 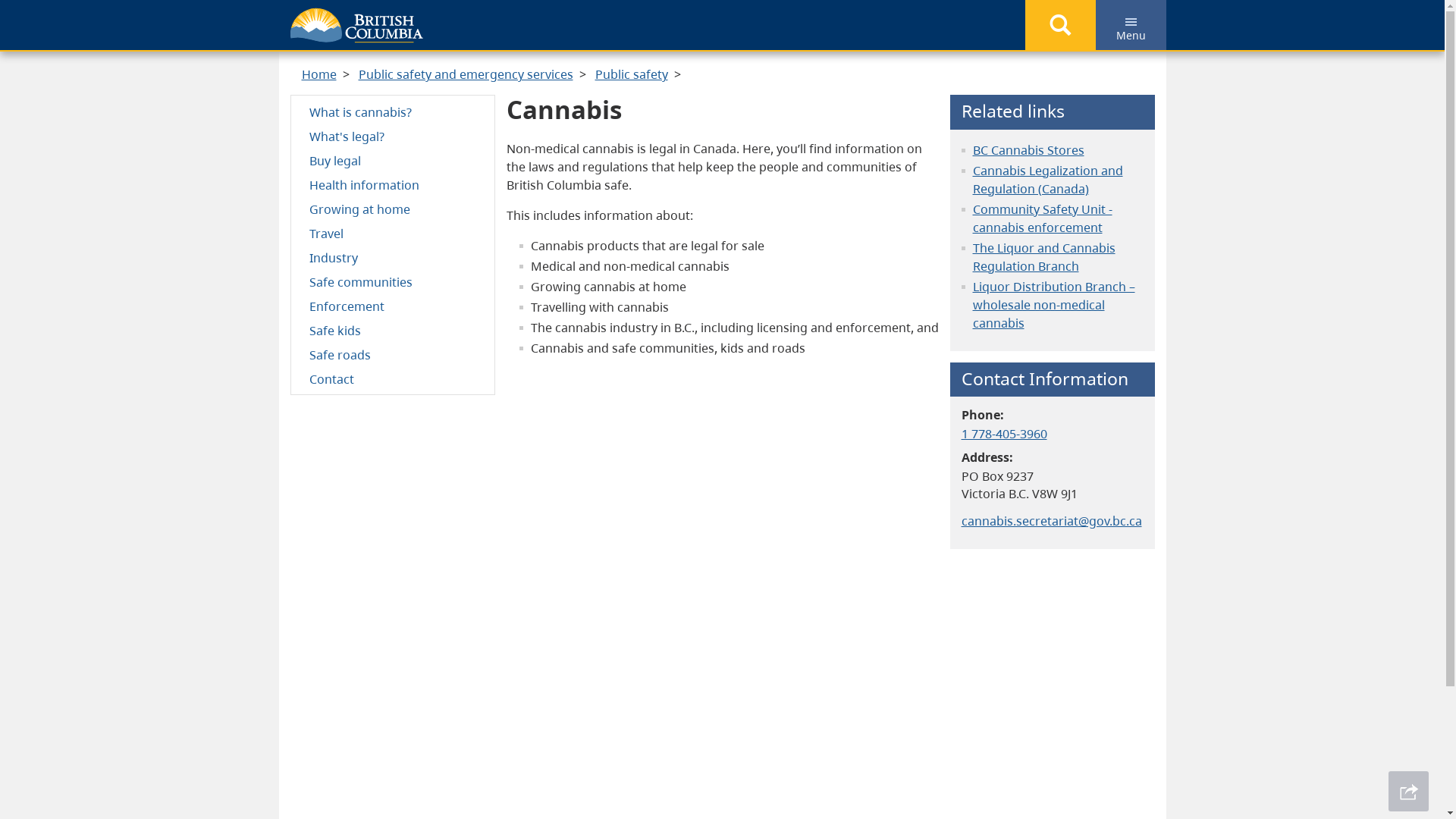 What do you see at coordinates (1028, 149) in the screenshot?
I see `'BC Cannabis Stores'` at bounding box center [1028, 149].